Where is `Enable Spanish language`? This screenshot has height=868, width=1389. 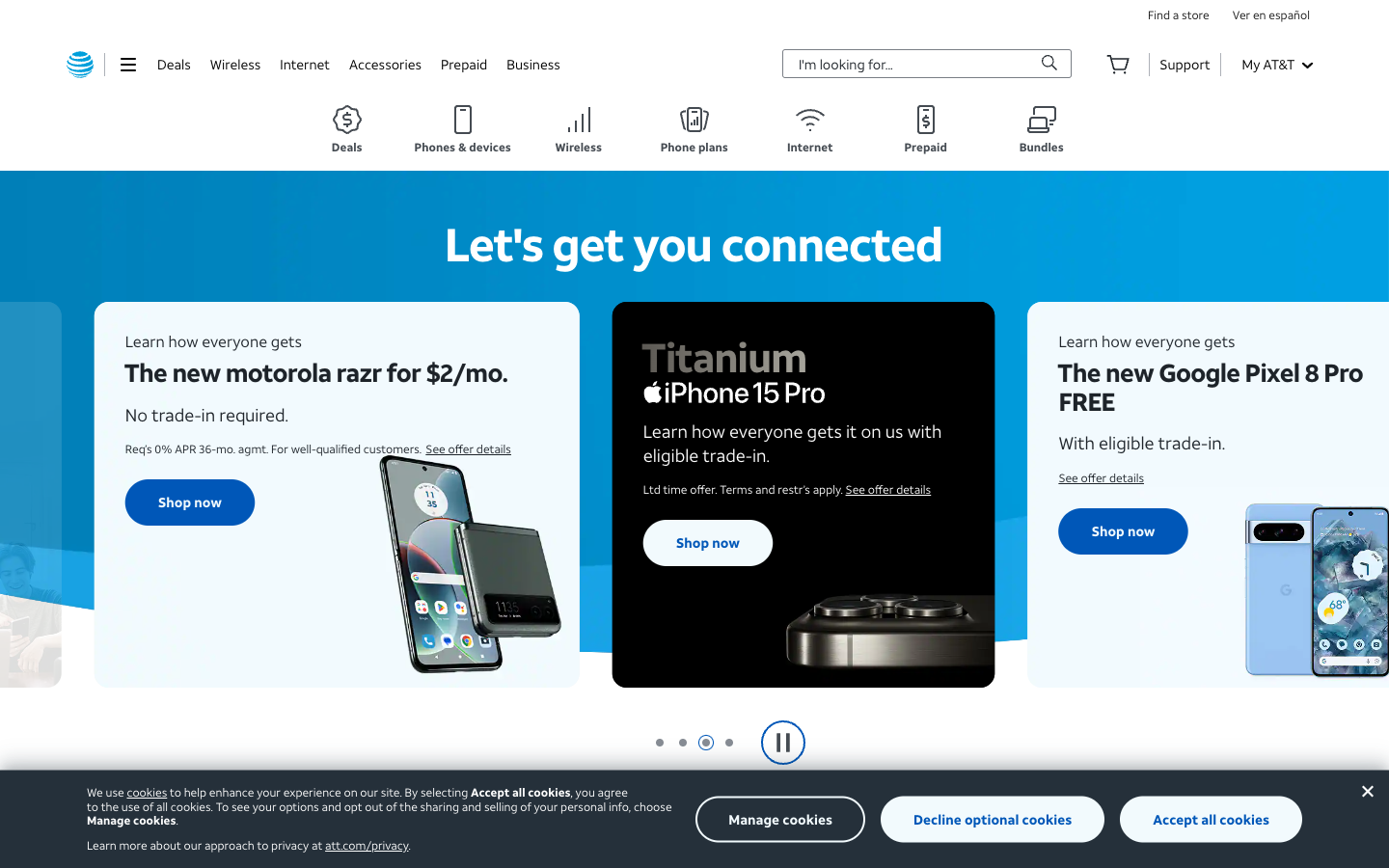 Enable Spanish language is located at coordinates (1271, 14).